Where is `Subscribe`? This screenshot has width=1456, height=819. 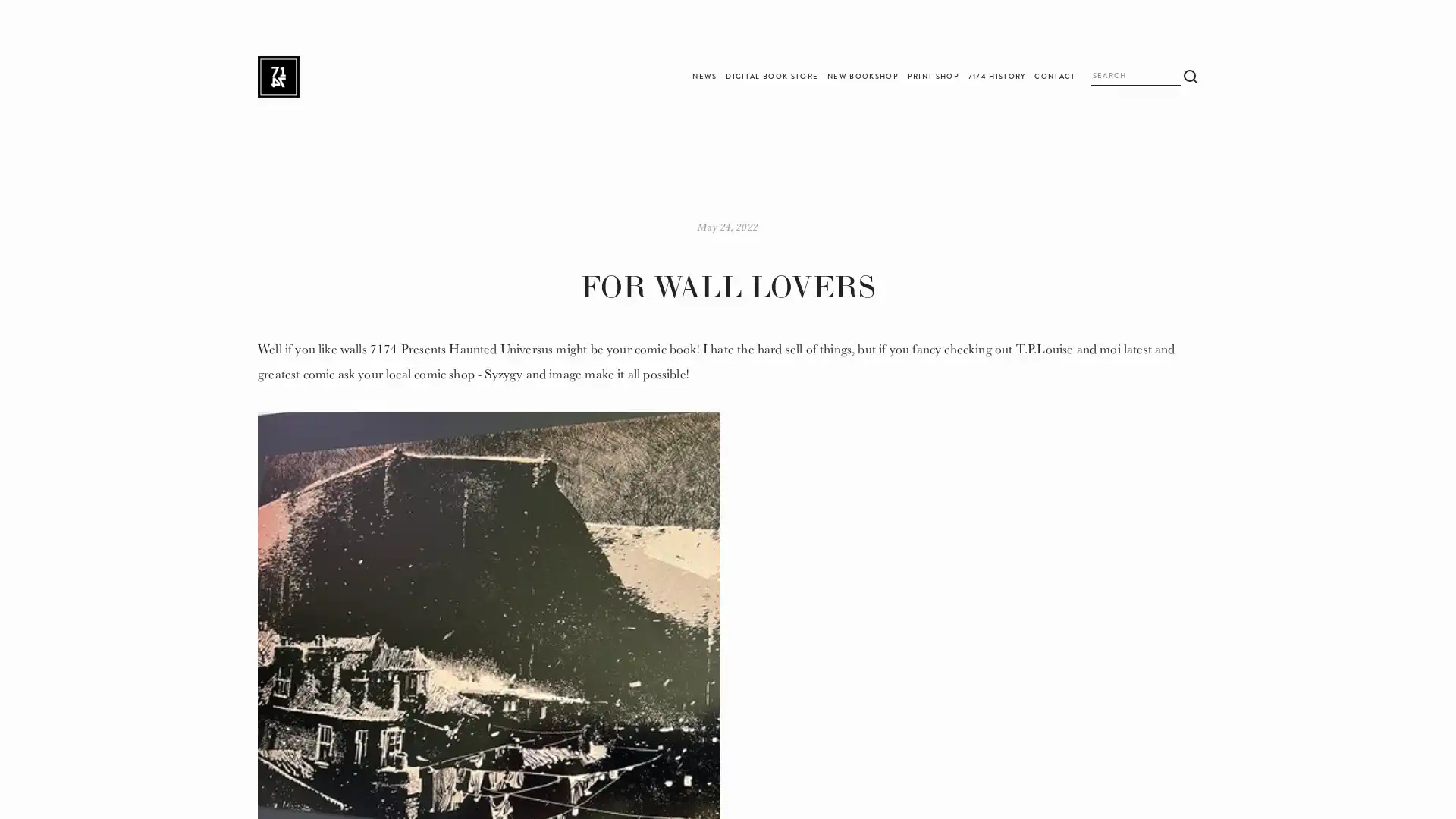
Subscribe is located at coordinates (856, 444).